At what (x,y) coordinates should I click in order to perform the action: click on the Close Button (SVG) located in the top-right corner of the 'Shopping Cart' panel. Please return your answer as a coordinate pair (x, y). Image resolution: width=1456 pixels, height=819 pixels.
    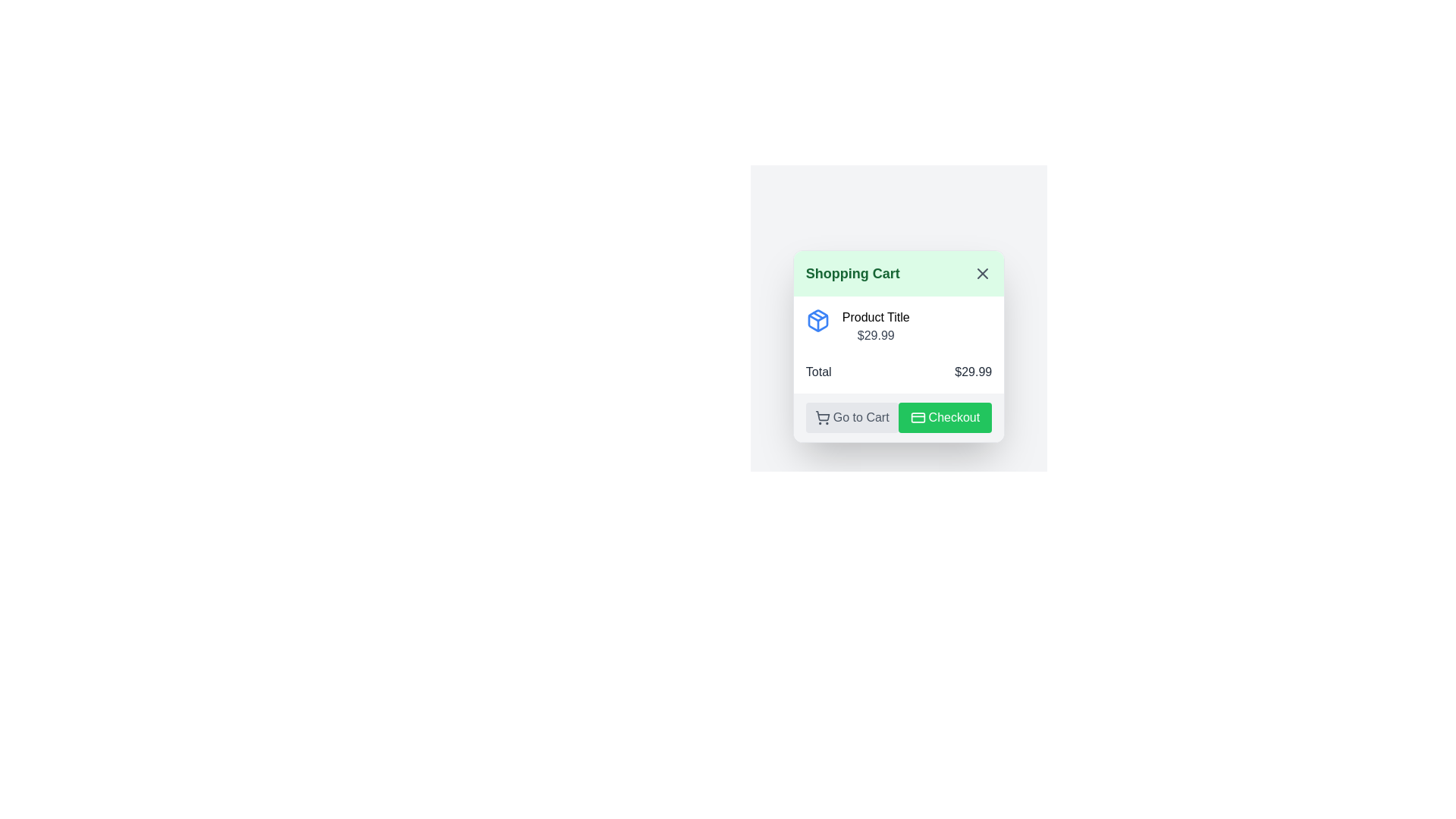
    Looking at the image, I should click on (983, 274).